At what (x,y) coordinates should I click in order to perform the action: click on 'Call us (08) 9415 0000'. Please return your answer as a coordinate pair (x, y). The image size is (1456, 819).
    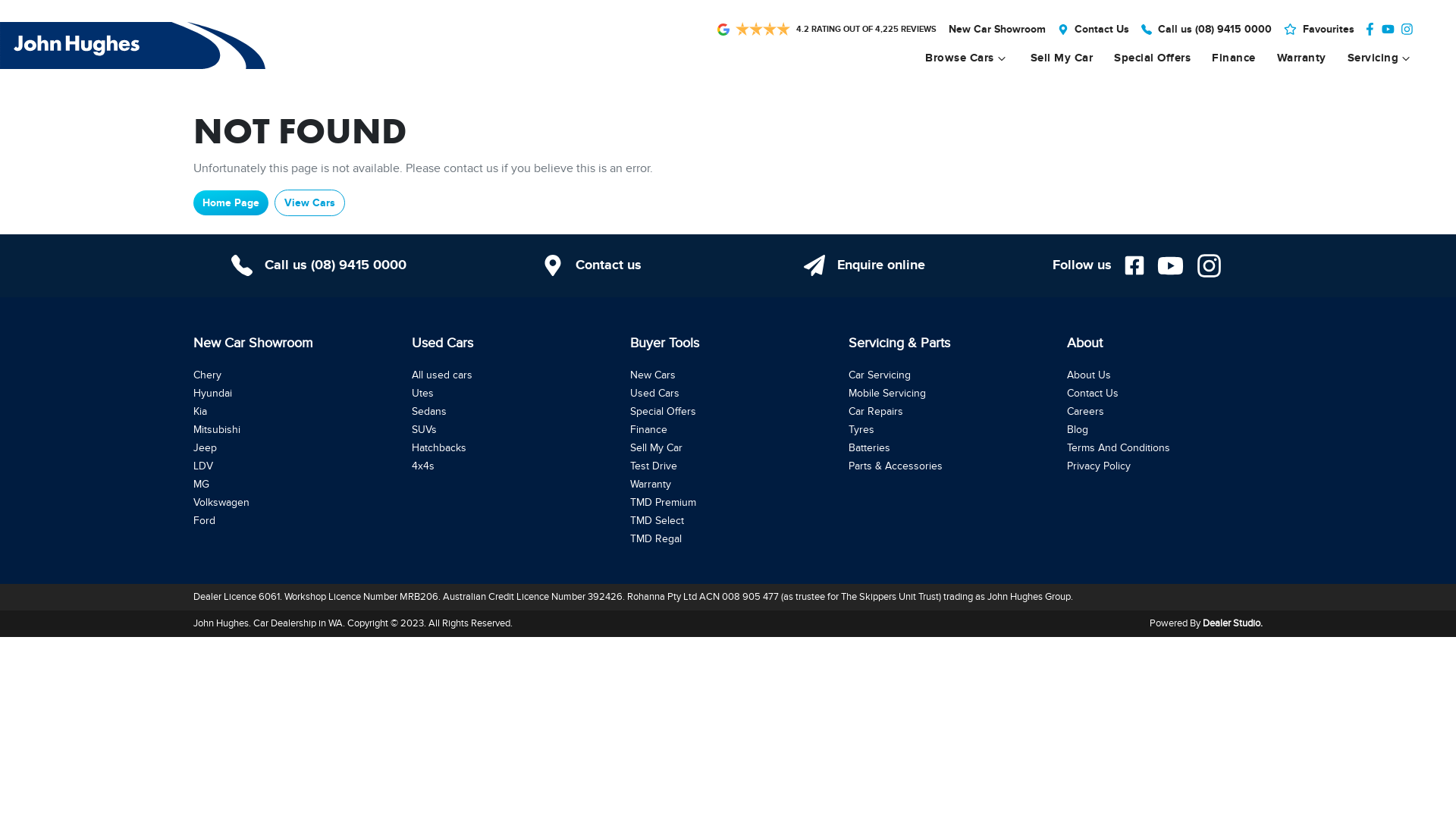
    Looking at the image, I should click on (1215, 29).